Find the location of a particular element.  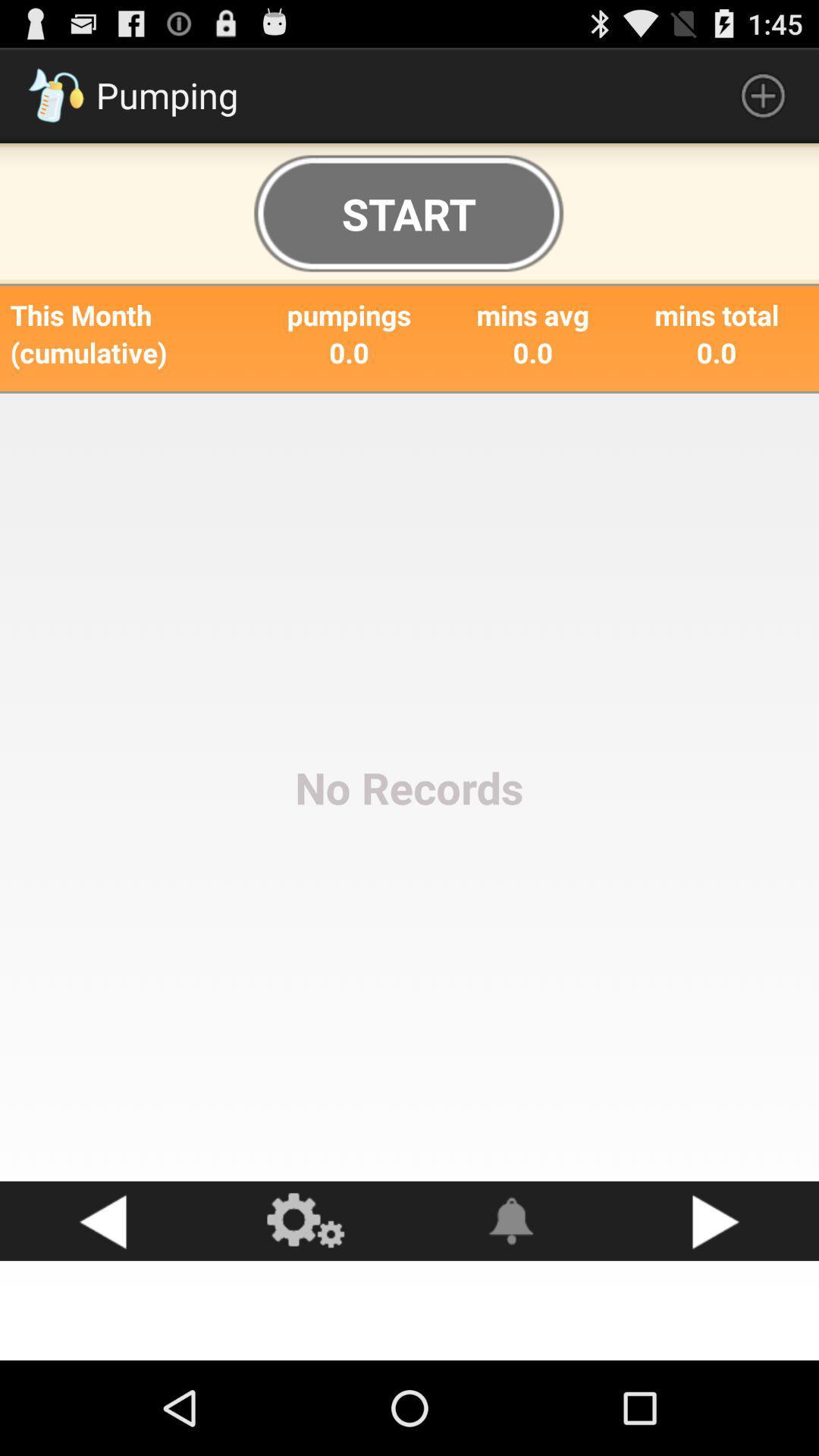

the item at the bottom right corner is located at coordinates (717, 1221).